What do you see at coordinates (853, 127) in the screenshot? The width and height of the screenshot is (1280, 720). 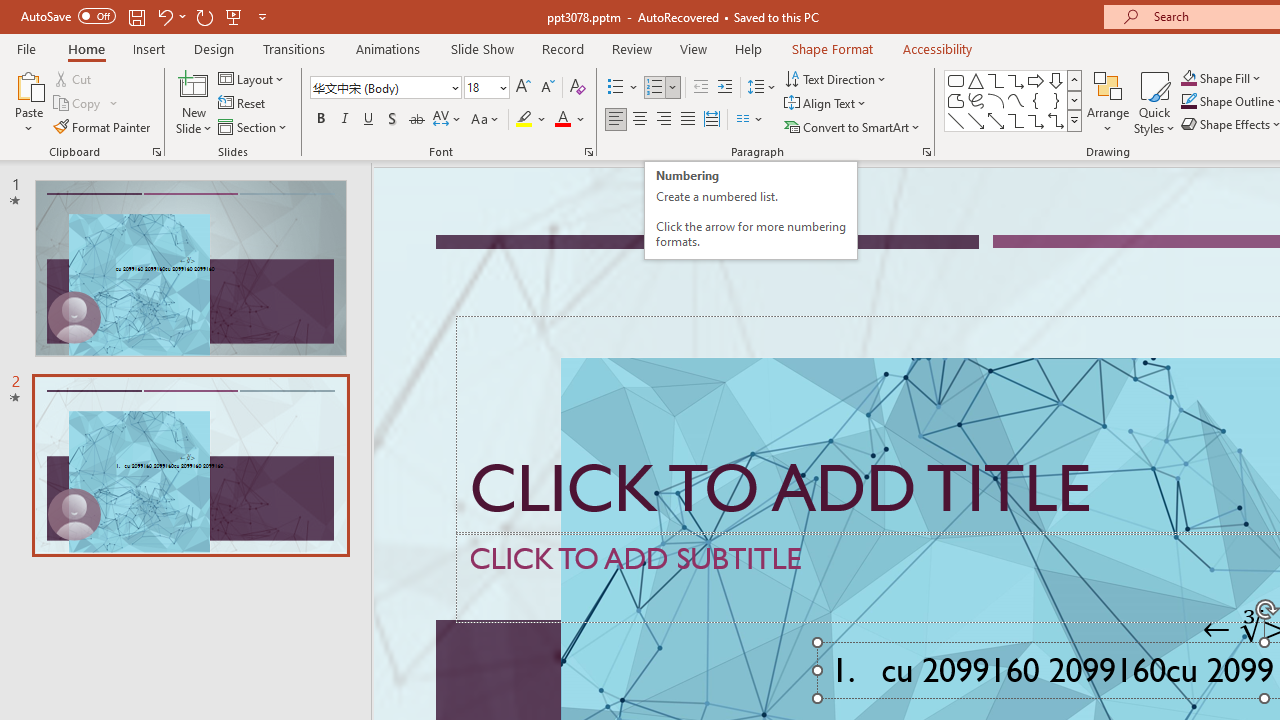 I see `'Convert to SmartArt'` at bounding box center [853, 127].